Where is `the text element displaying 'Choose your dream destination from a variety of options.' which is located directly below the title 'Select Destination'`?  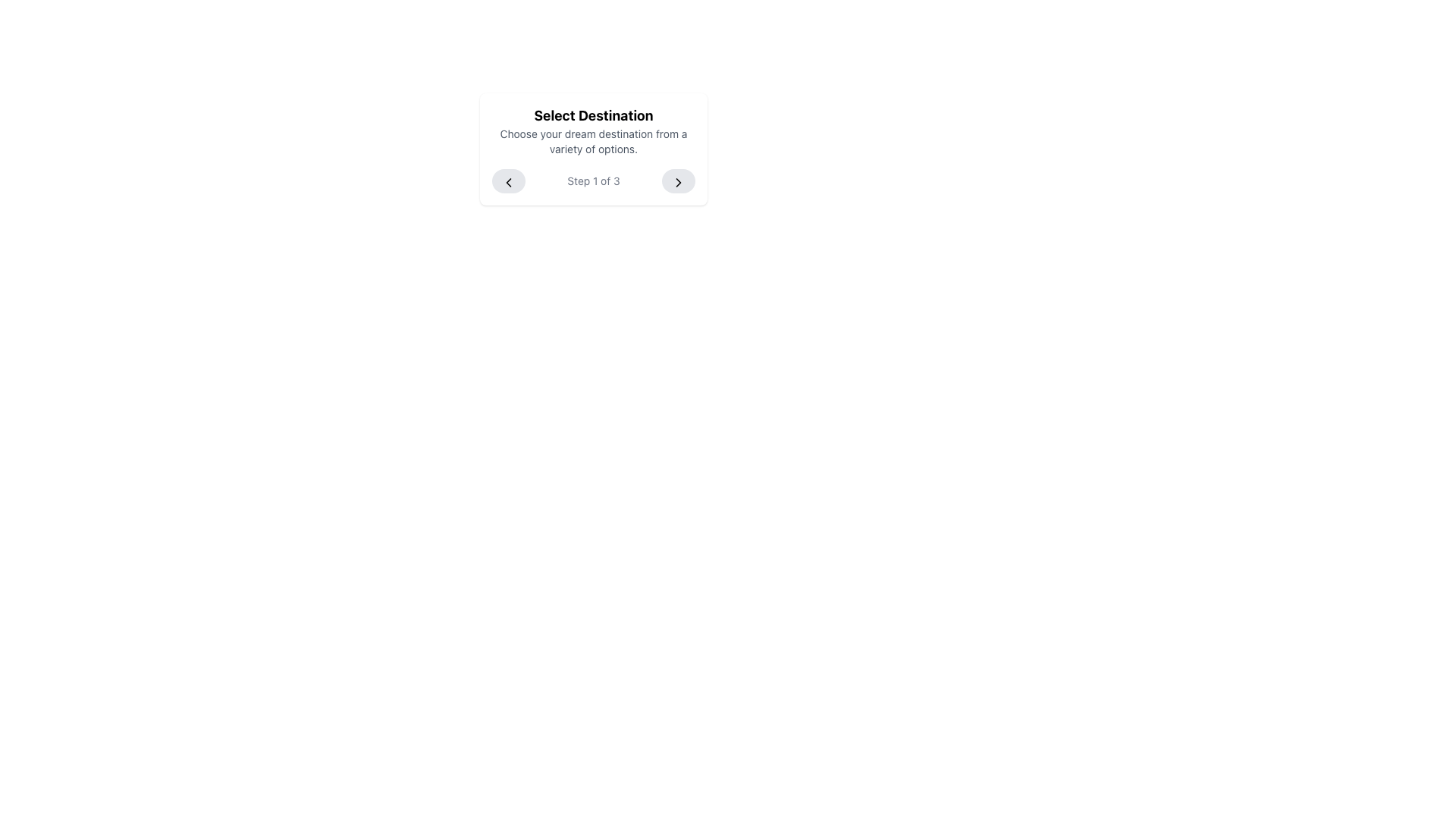 the text element displaying 'Choose your dream destination from a variety of options.' which is located directly below the title 'Select Destination' is located at coordinates (592, 141).